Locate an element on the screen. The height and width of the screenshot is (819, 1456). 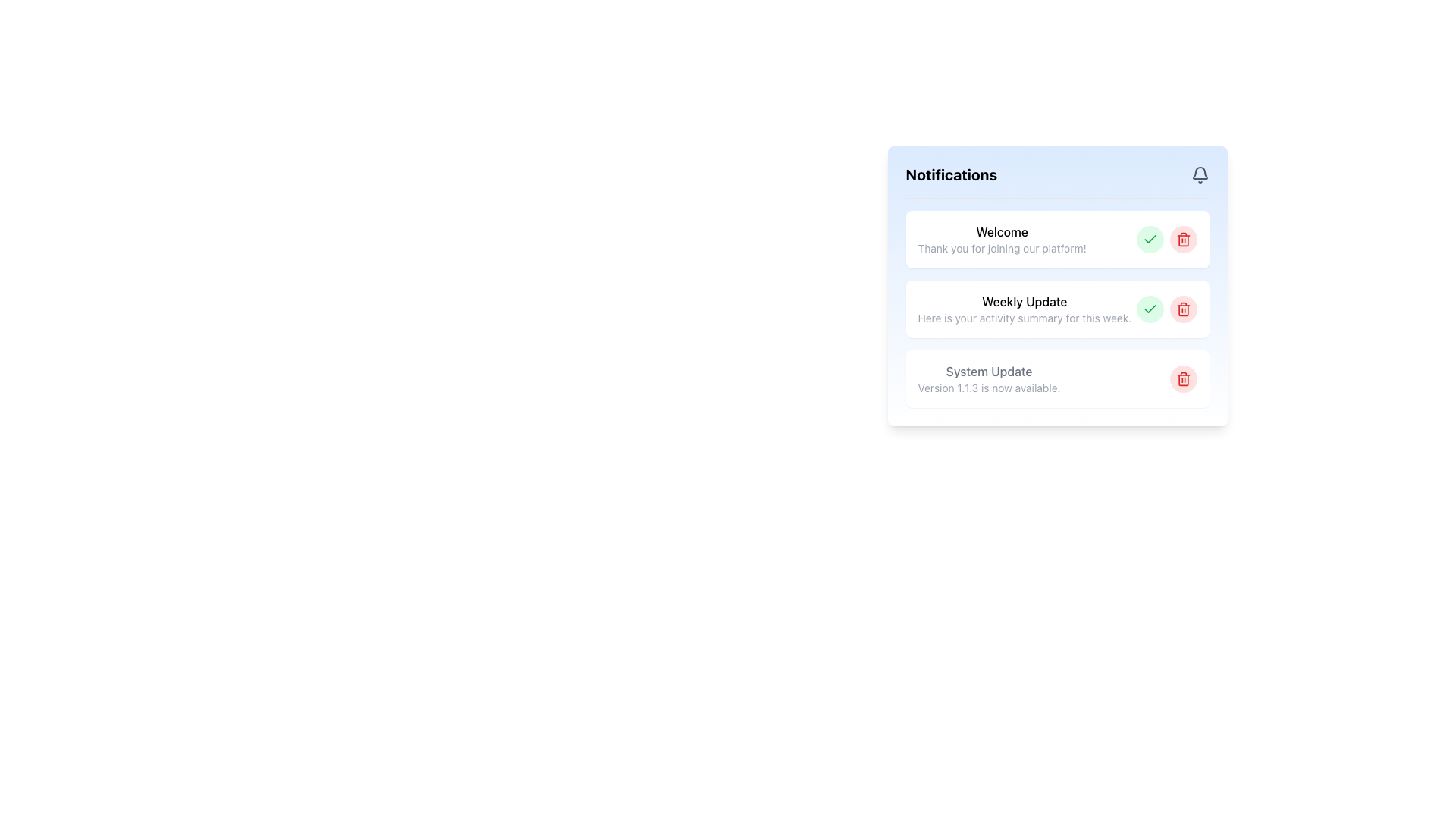
the circular green button with a checkmark icon to mark the notification as read or resolved is located at coordinates (1150, 239).